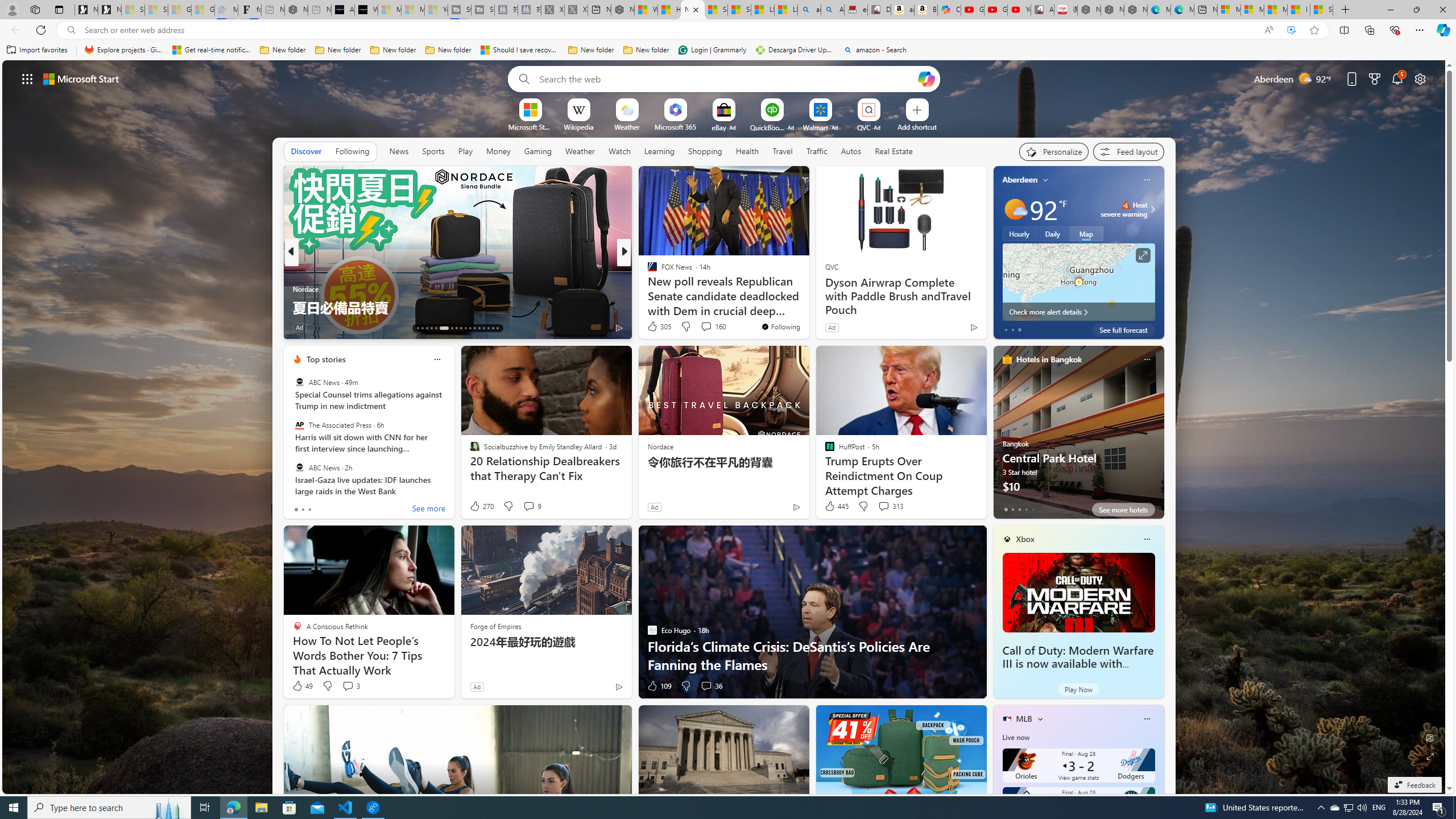  Describe the element at coordinates (702, 326) in the screenshot. I see `'View comments 6 Comment'` at that location.